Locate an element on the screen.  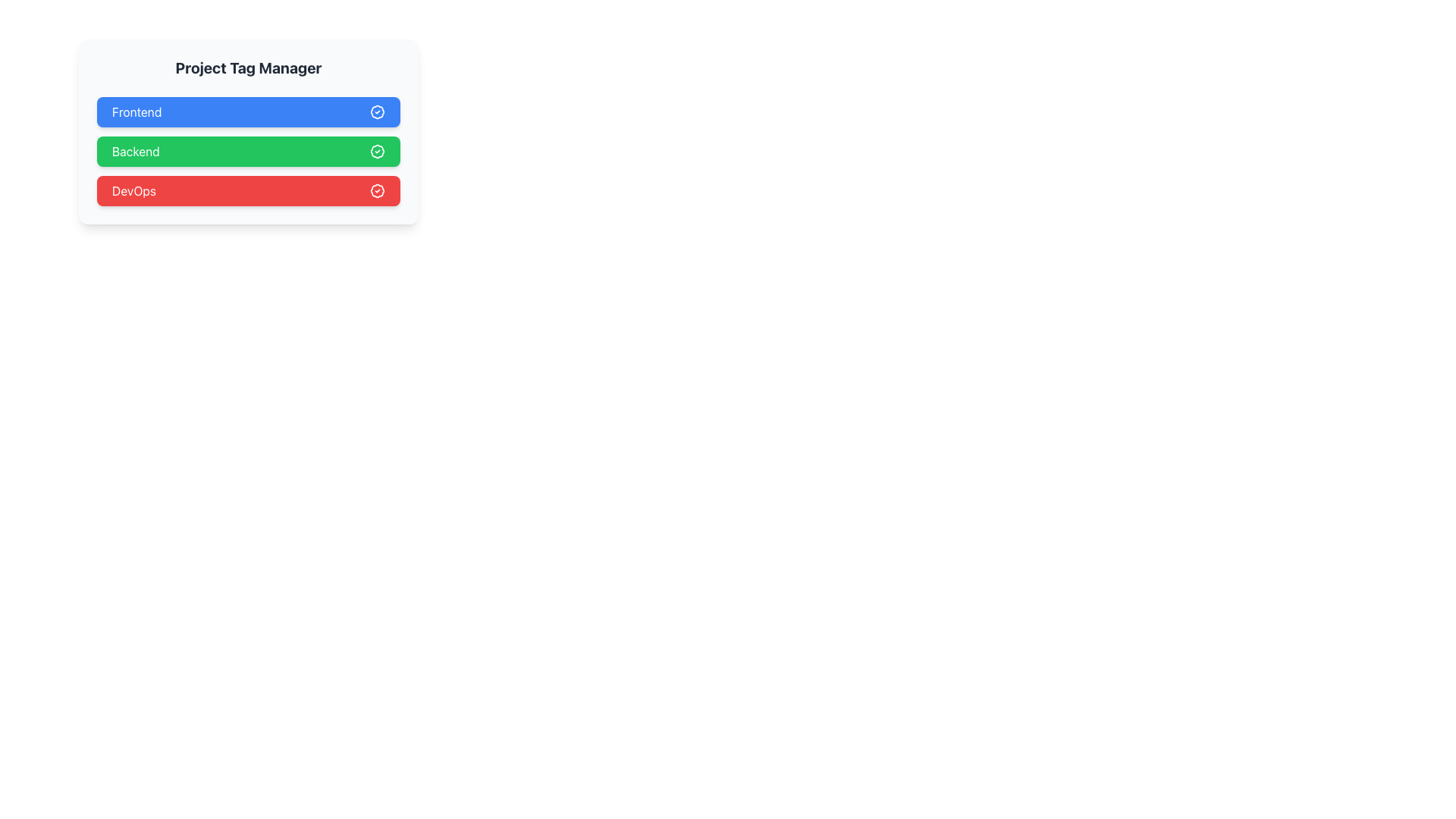
the checkmark badge icon SVG element located in the 'Frontend' section for accessibility purposes is located at coordinates (378, 111).